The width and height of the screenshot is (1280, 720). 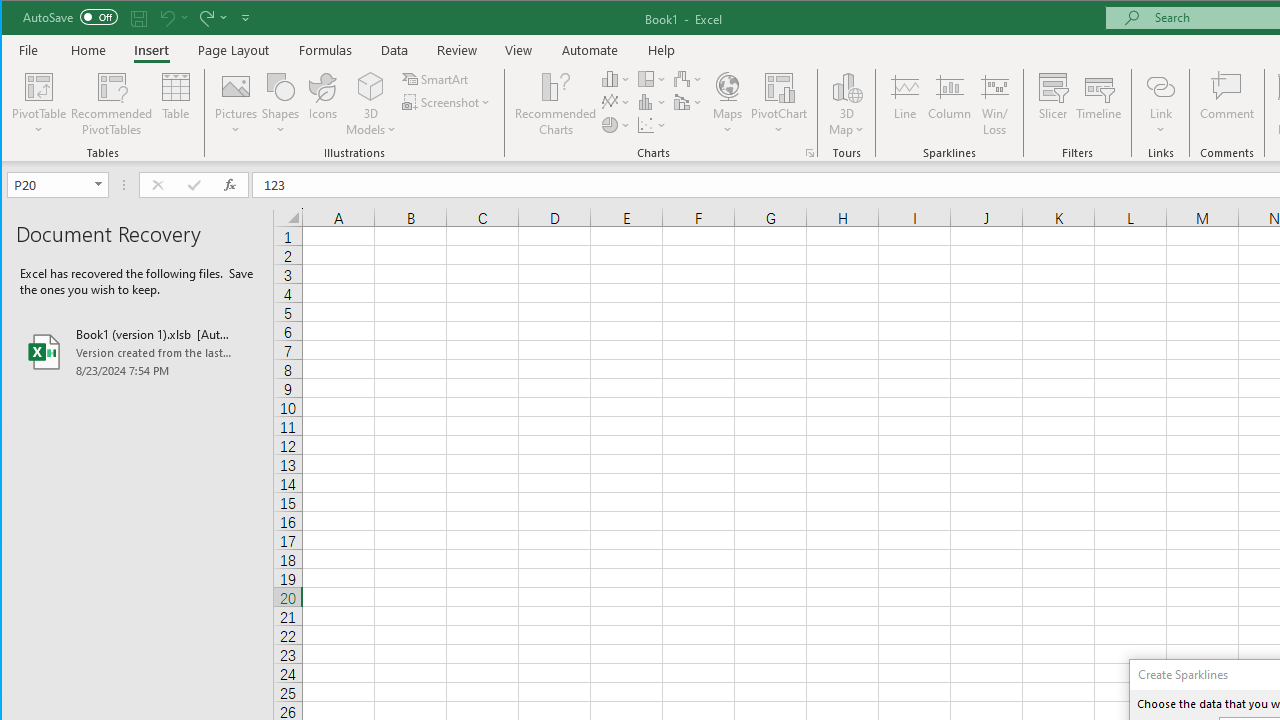 What do you see at coordinates (1226, 104) in the screenshot?
I see `'Comment'` at bounding box center [1226, 104].